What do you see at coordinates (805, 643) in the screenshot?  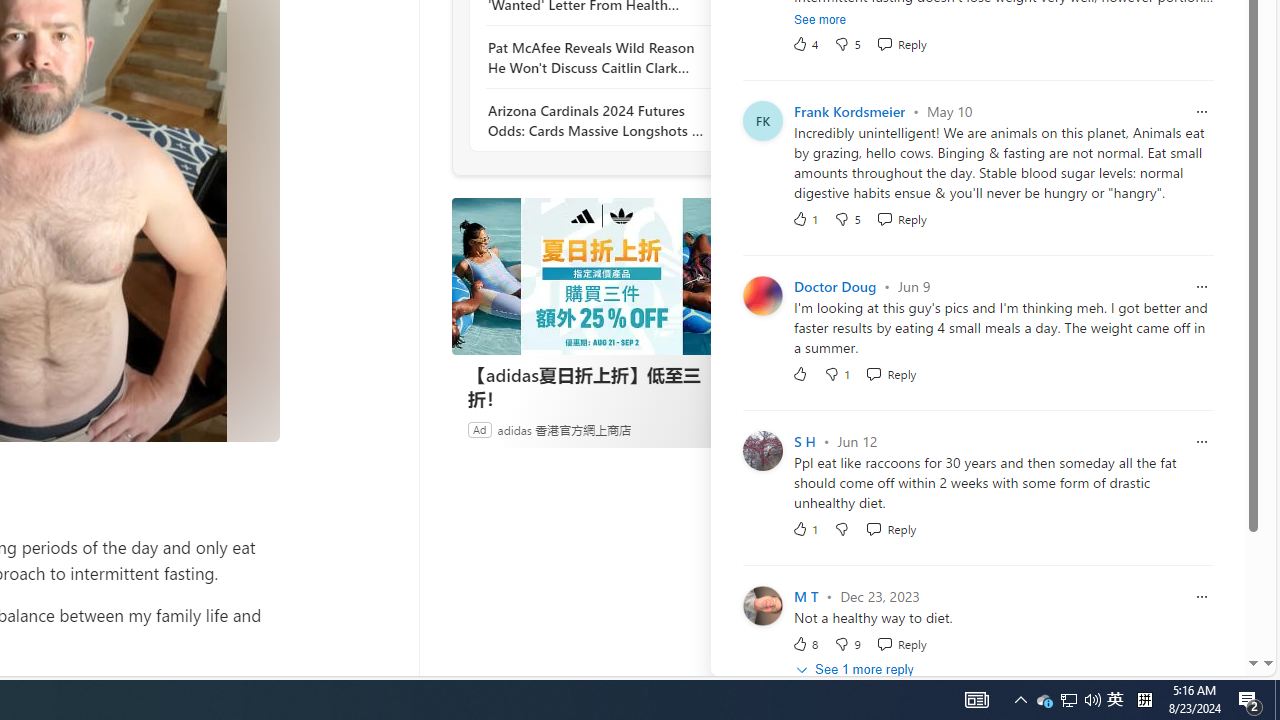 I see `'8 Like'` at bounding box center [805, 643].